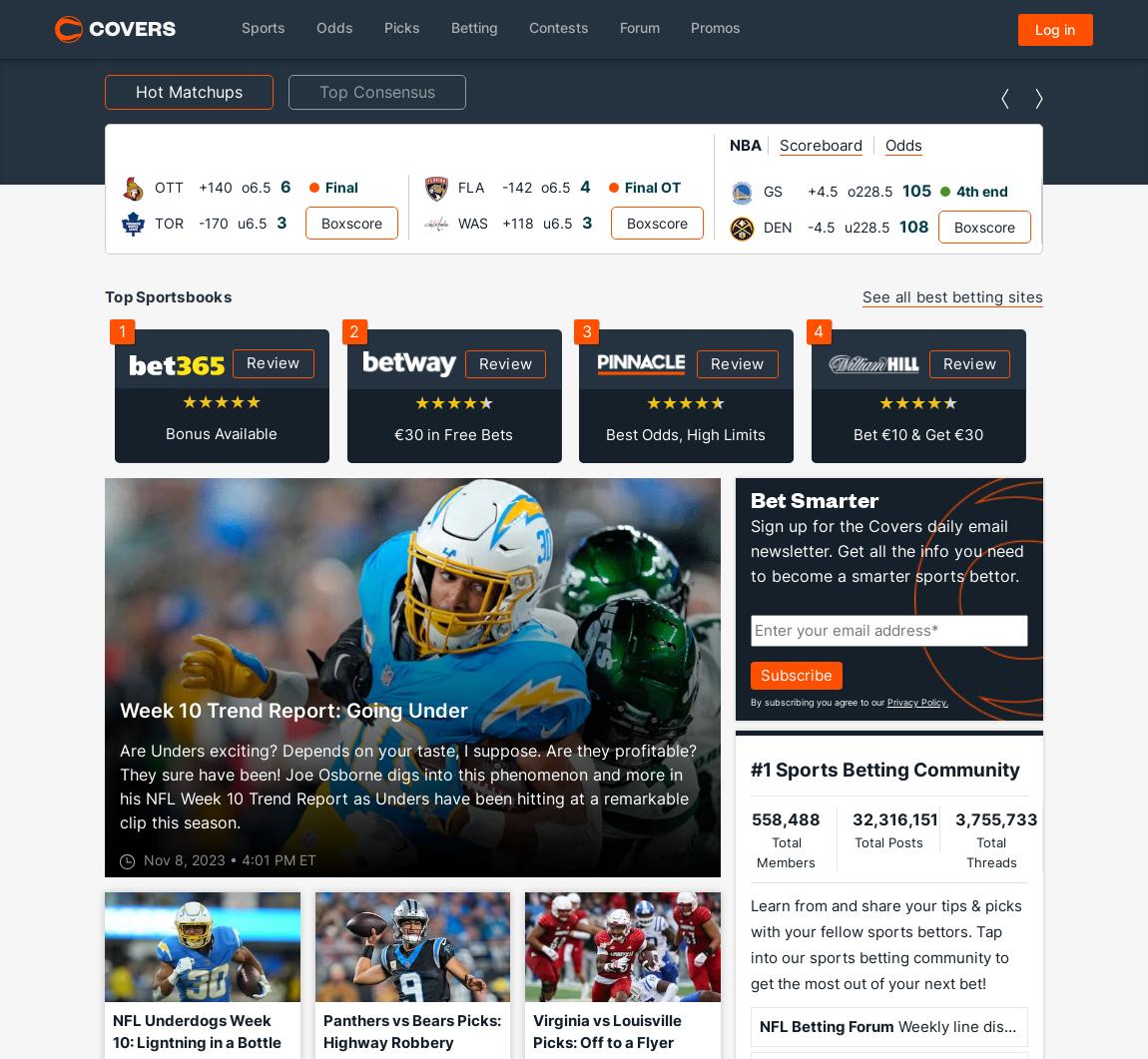  I want to click on '-142', so click(213, 185).